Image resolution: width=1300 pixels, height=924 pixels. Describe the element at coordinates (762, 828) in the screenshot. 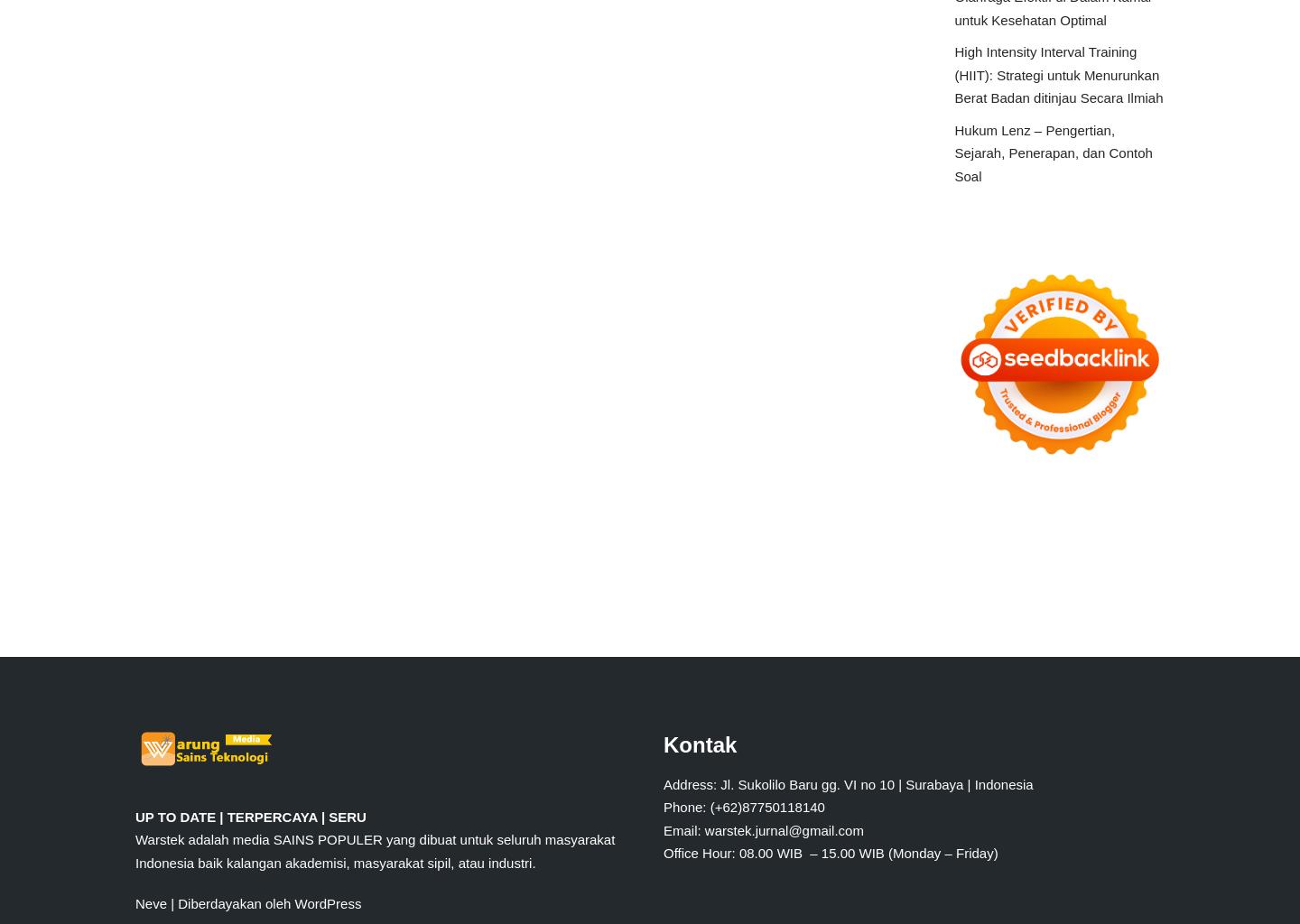

I see `'Email: warstek.jurnal@gmail.com'` at that location.